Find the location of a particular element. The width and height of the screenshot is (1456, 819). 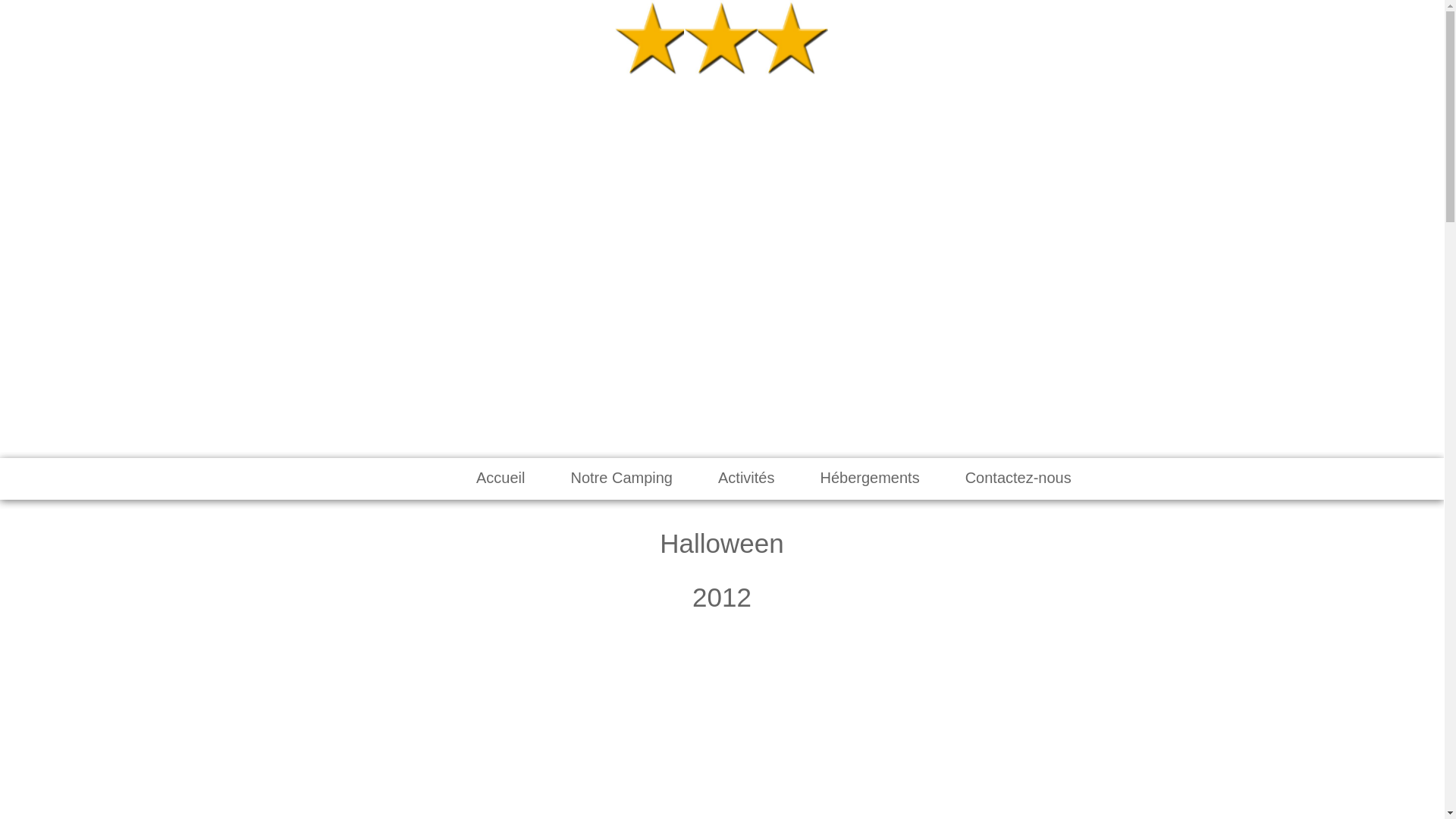

'Contactez-nous' is located at coordinates (956, 478).